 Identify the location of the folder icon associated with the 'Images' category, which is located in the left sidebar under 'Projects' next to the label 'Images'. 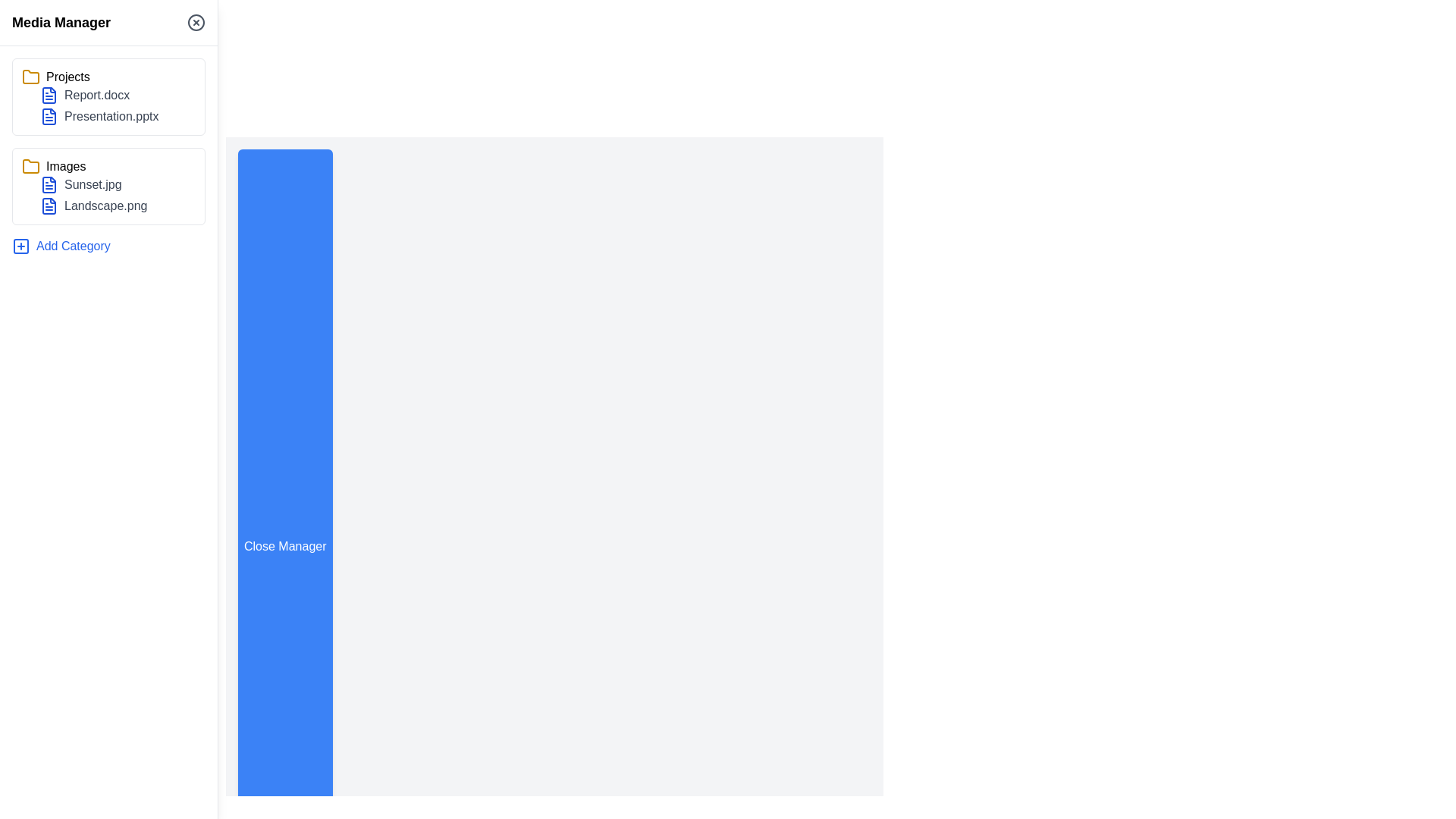
(31, 166).